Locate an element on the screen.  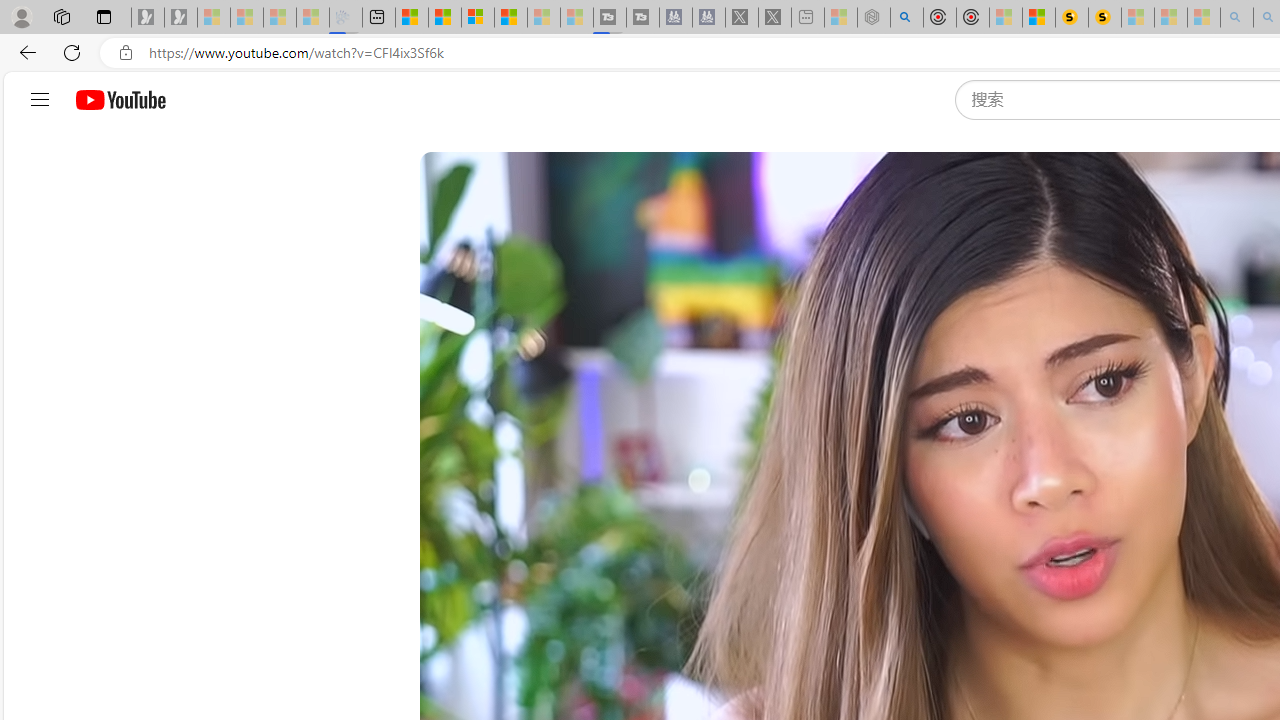
'Newsletter Sign Up - Sleeping' is located at coordinates (181, 17).